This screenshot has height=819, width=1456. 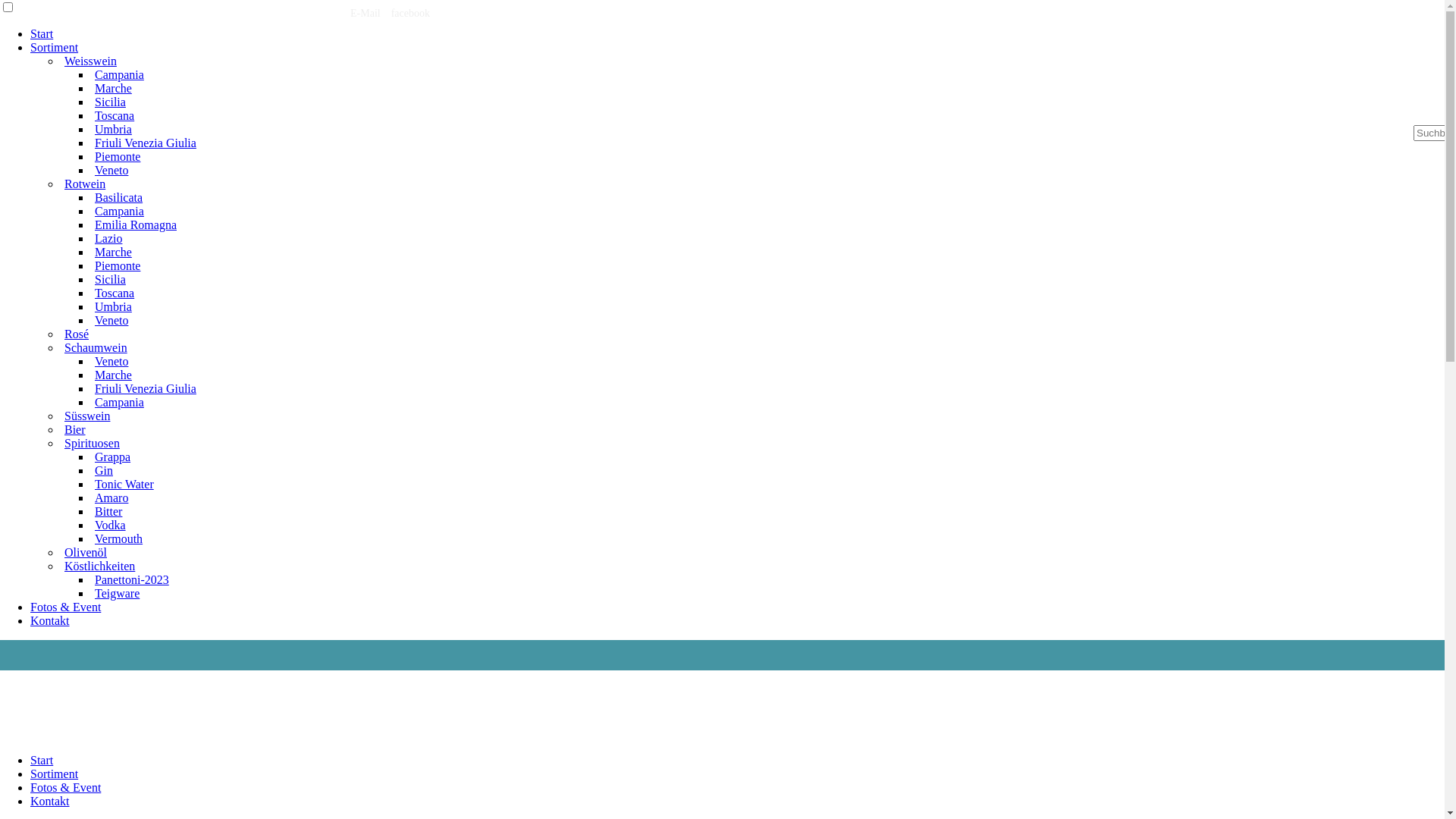 What do you see at coordinates (30, 760) in the screenshot?
I see `'Start'` at bounding box center [30, 760].